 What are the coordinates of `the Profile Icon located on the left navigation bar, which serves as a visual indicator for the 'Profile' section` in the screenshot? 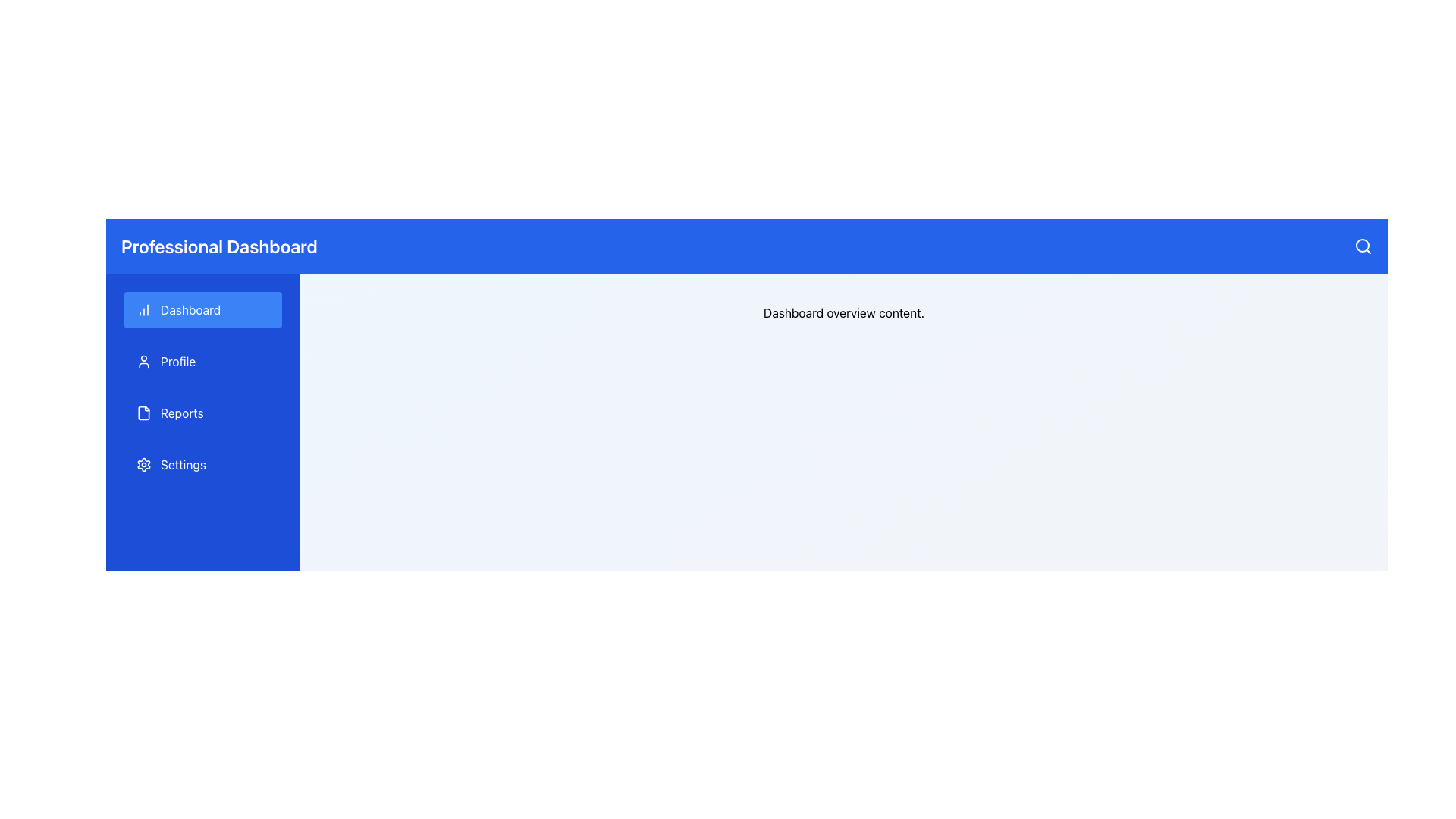 It's located at (144, 362).